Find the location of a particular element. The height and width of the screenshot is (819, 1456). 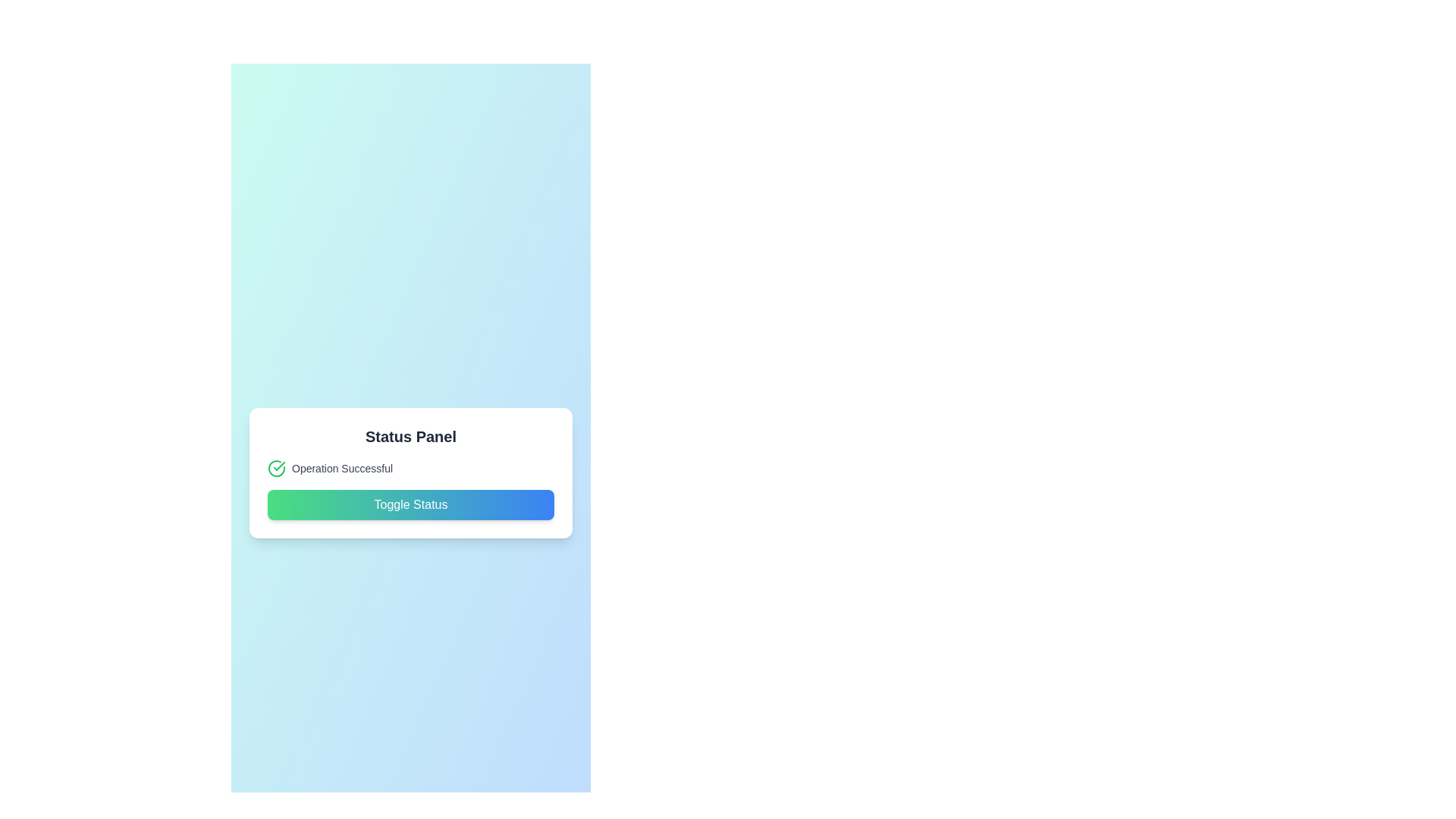

the green checkmark icon that indicates a successful status, located to the left of the 'Operation Successful' text is located at coordinates (276, 467).